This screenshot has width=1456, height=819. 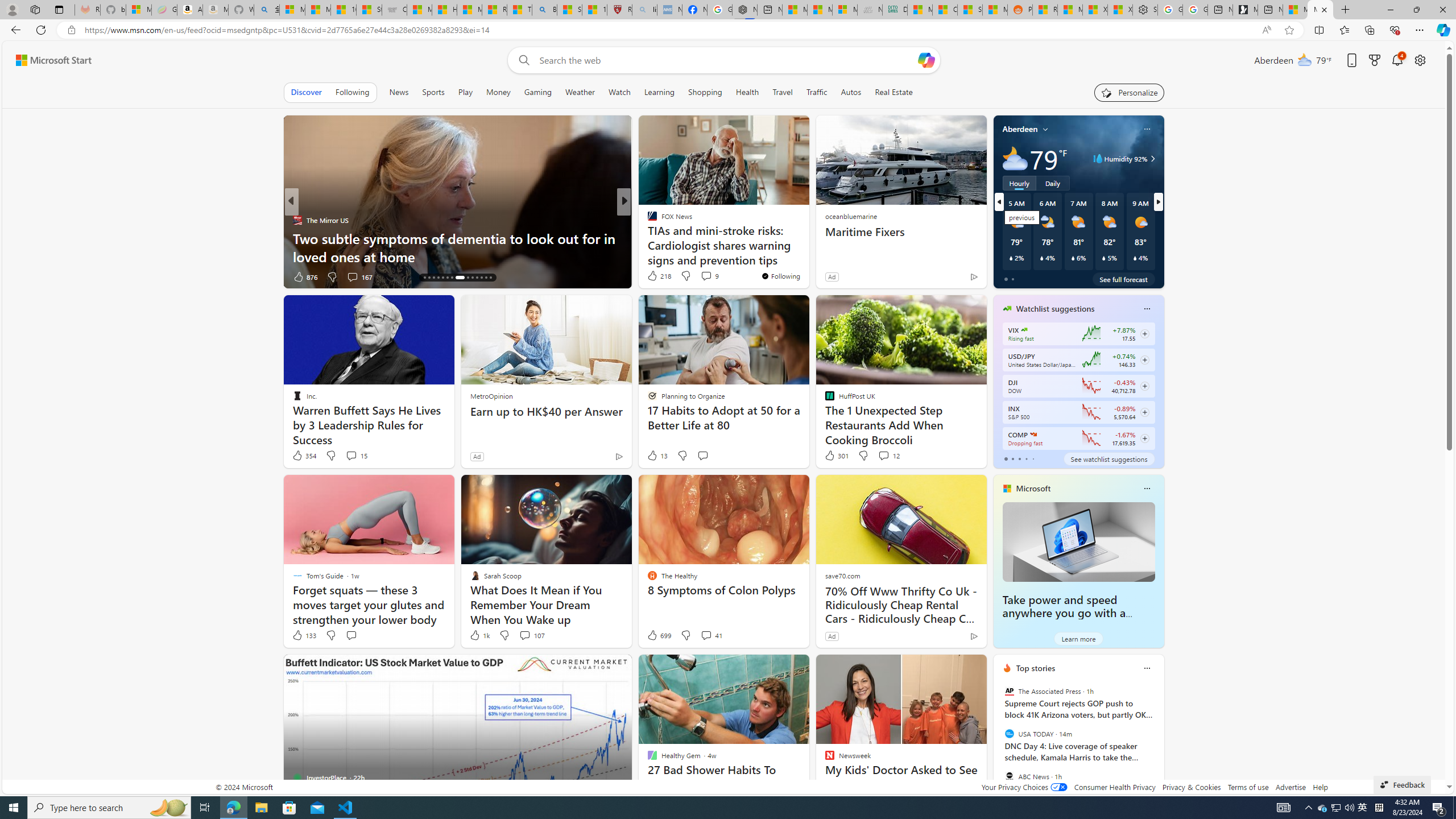 I want to click on '876 Like', so click(x=304, y=276).